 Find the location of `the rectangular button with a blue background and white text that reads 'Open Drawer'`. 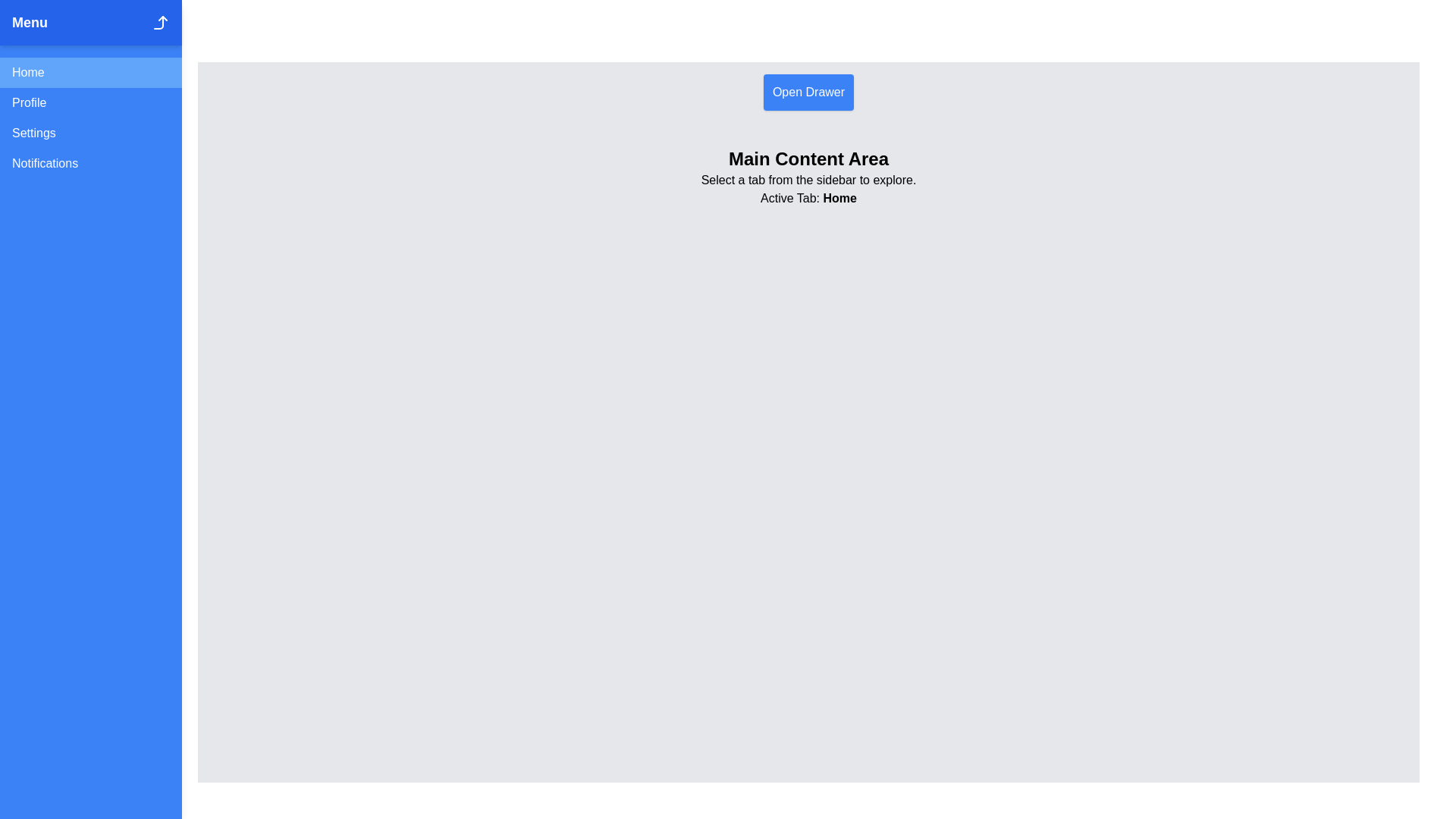

the rectangular button with a blue background and white text that reads 'Open Drawer' is located at coordinates (808, 93).